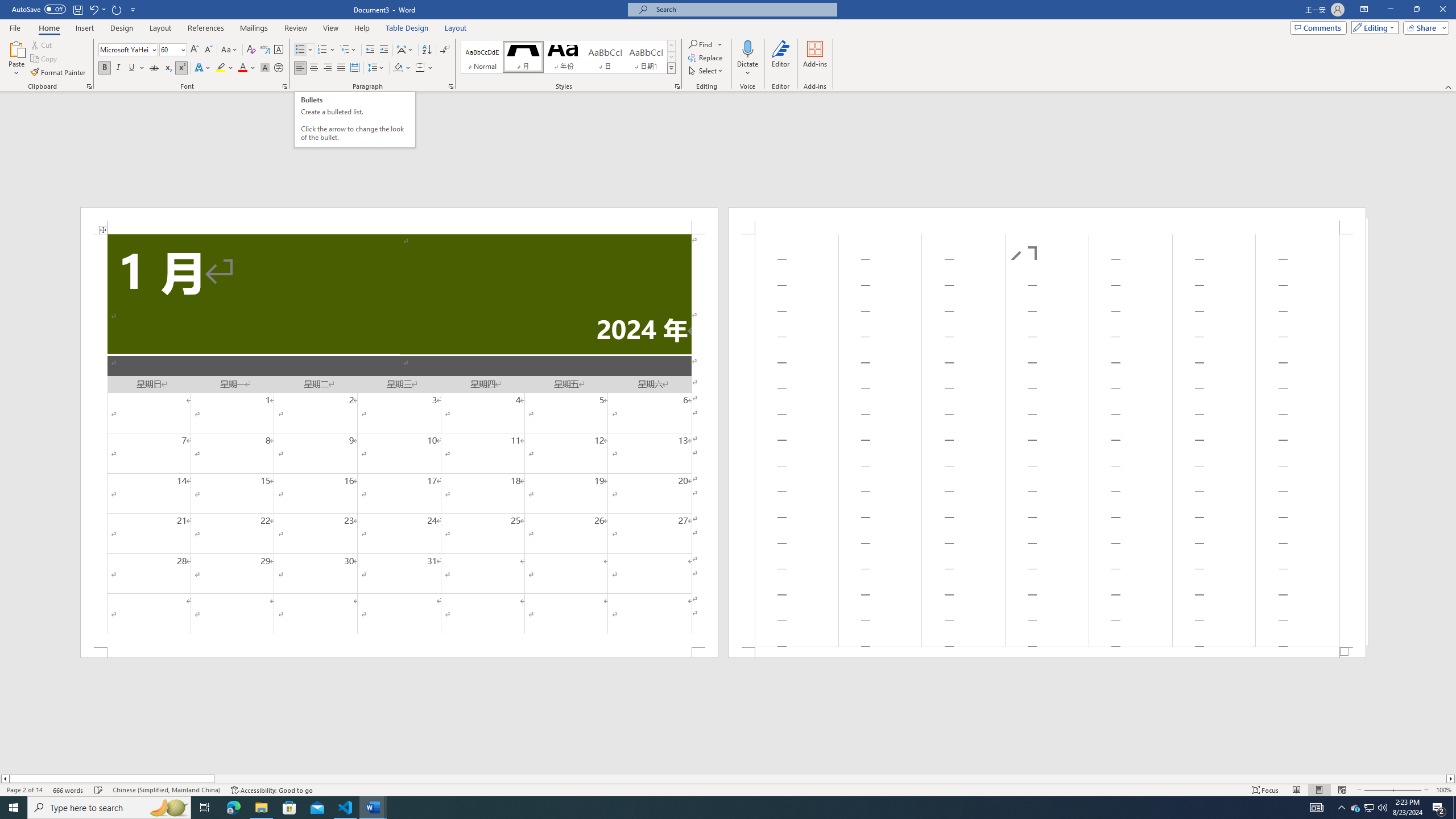 The width and height of the screenshot is (1456, 819). Describe the element at coordinates (1449, 87) in the screenshot. I see `'Collapse the Ribbon'` at that location.